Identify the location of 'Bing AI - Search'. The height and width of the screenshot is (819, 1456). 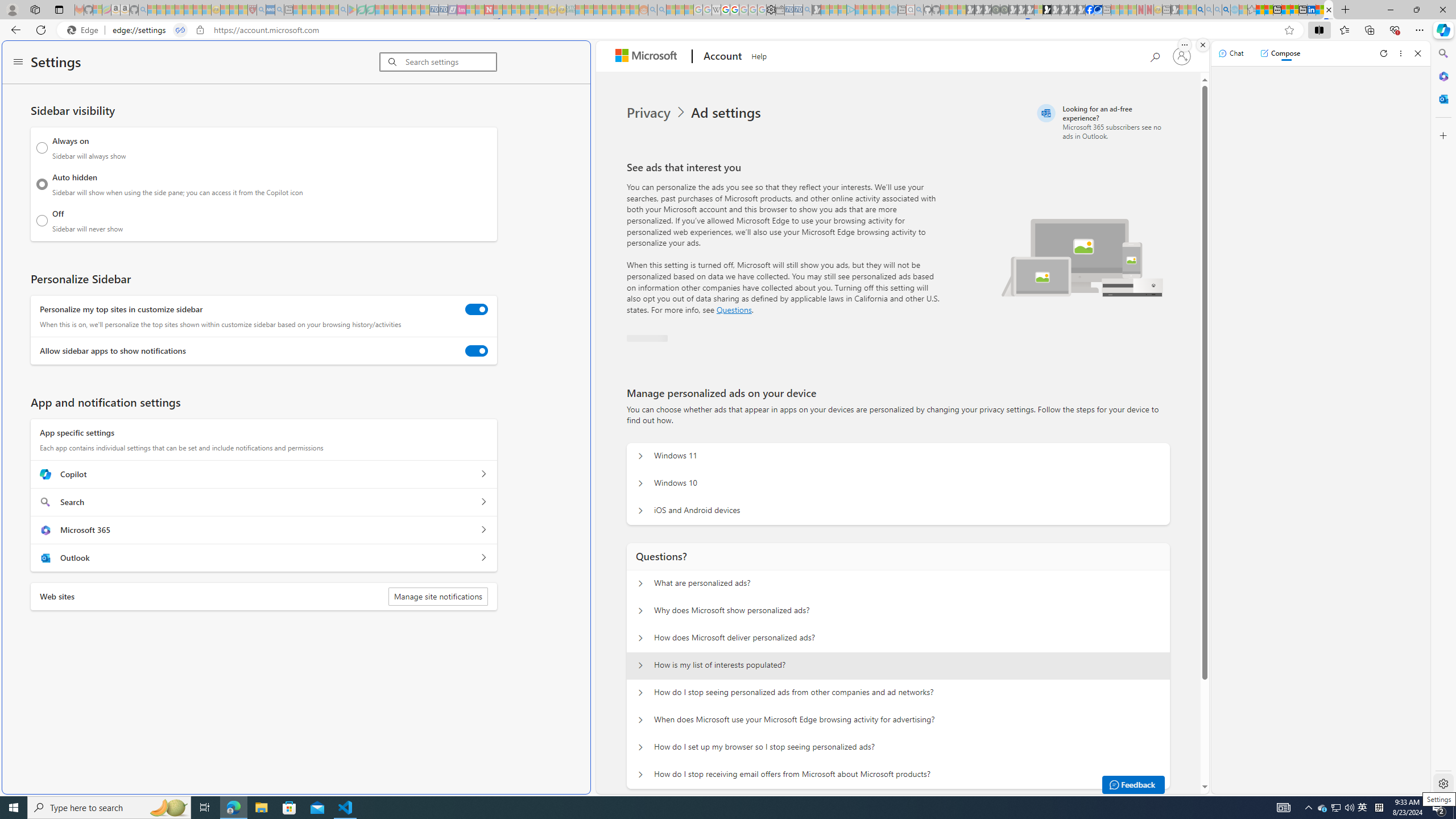
(1199, 9).